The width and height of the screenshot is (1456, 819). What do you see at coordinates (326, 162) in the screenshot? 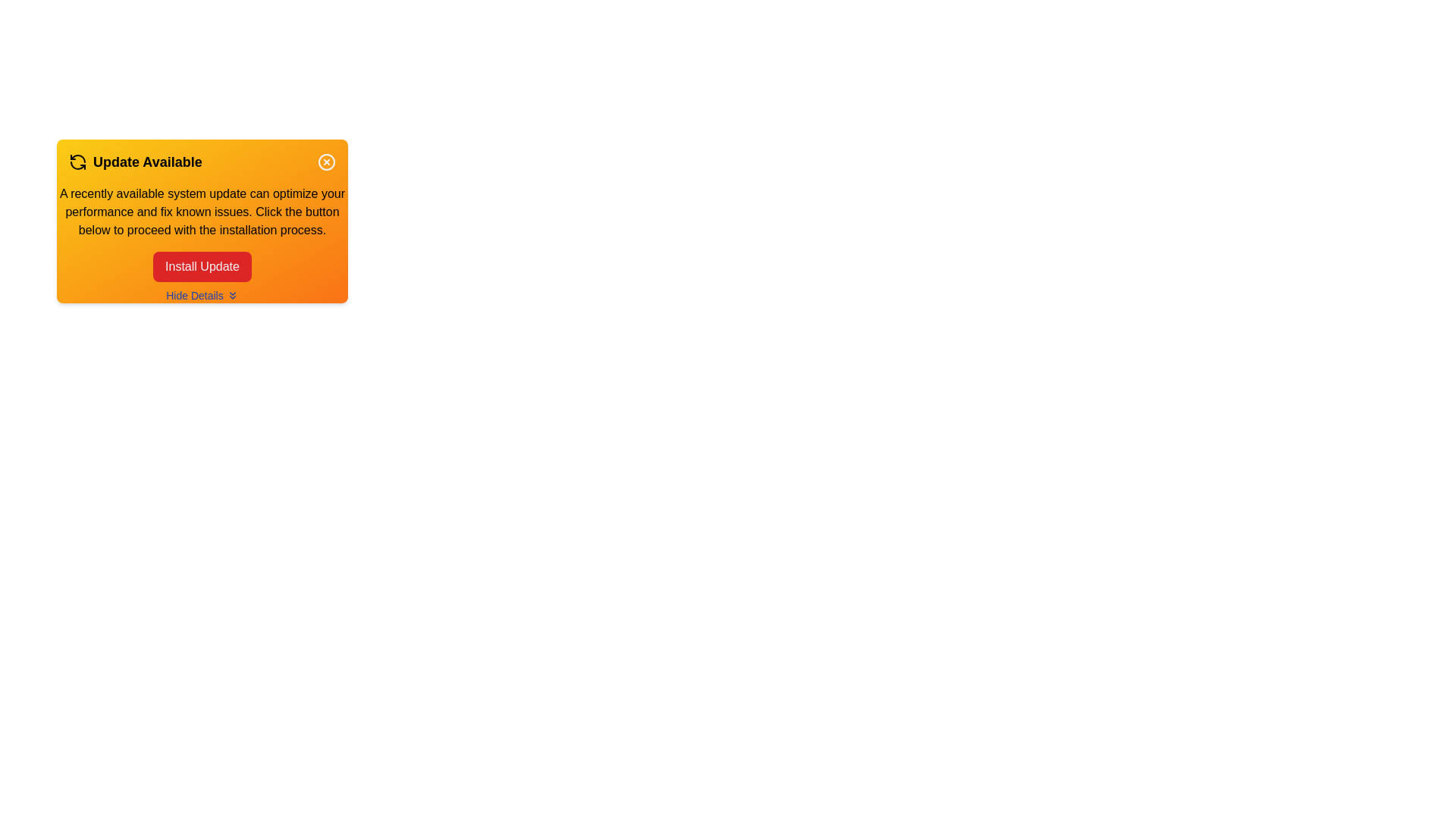
I see `close button to dismiss the notification` at bounding box center [326, 162].